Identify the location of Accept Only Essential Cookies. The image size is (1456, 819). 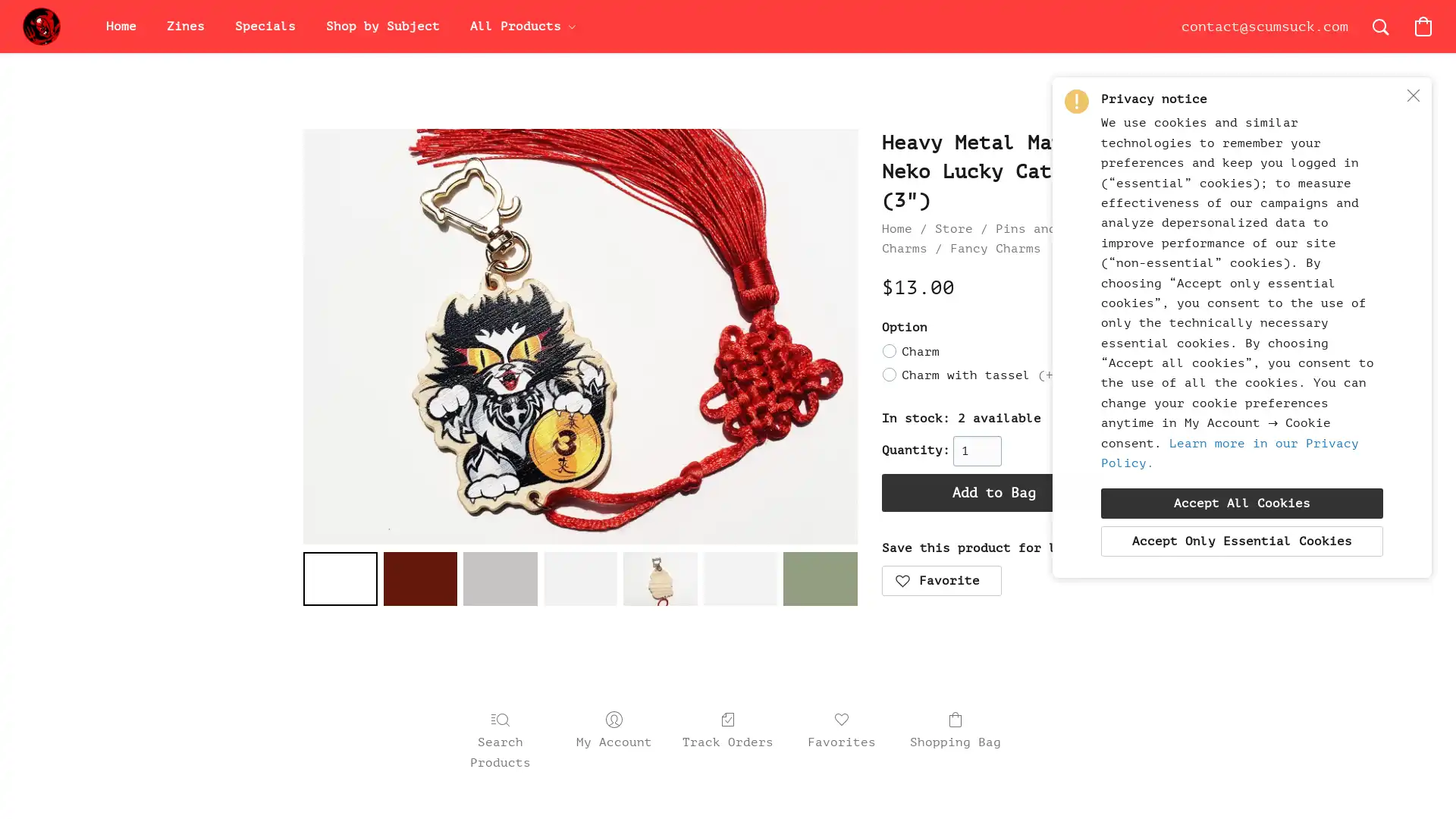
(1241, 540).